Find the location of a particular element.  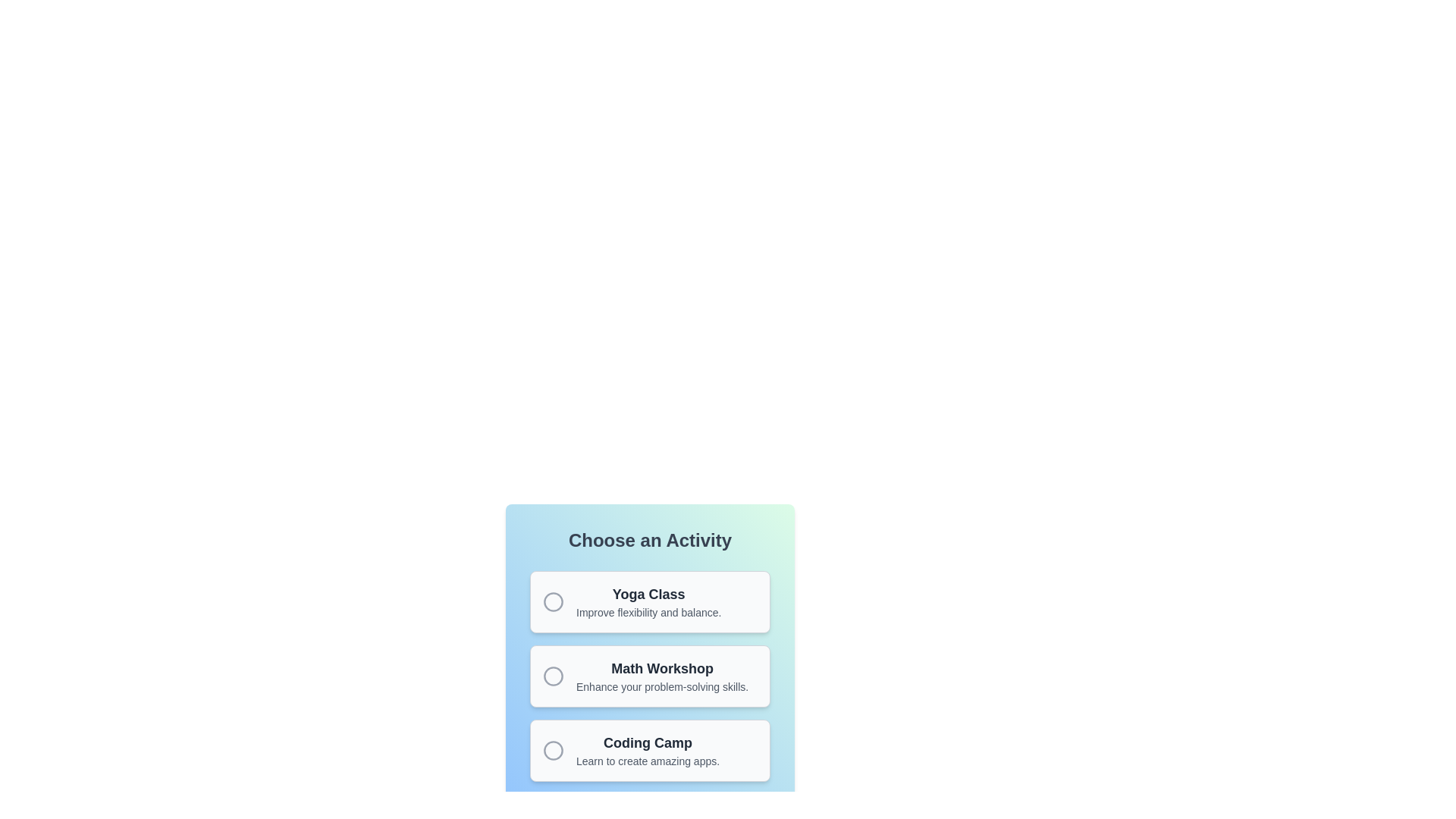

bold, large-font text 'Yoga Class' displayed prominently at the top of the 'Choose an Activity' section is located at coordinates (648, 593).